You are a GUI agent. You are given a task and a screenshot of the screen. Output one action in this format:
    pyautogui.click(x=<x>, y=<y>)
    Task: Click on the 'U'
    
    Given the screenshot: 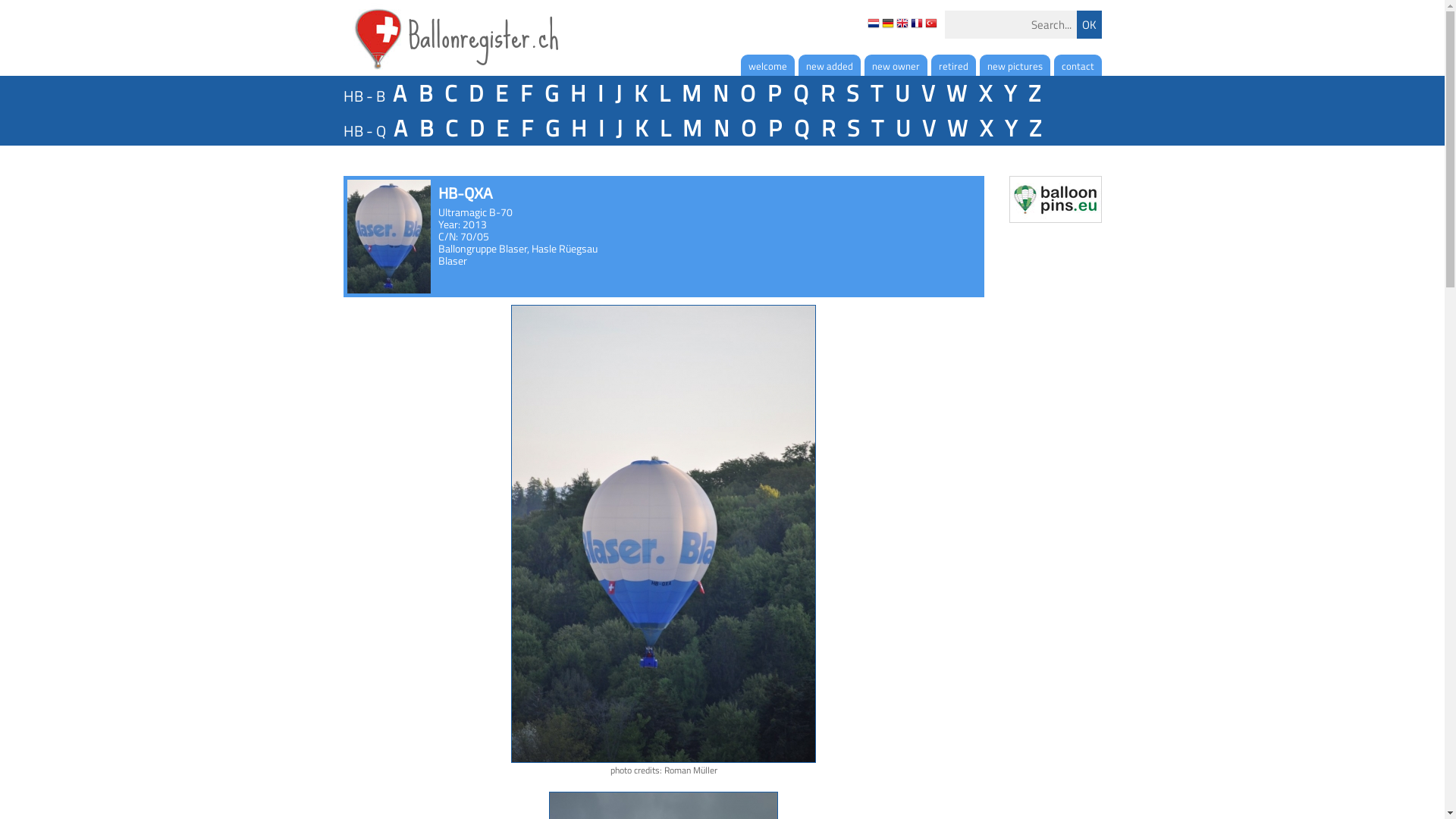 What is the action you would take?
    pyautogui.click(x=890, y=127)
    